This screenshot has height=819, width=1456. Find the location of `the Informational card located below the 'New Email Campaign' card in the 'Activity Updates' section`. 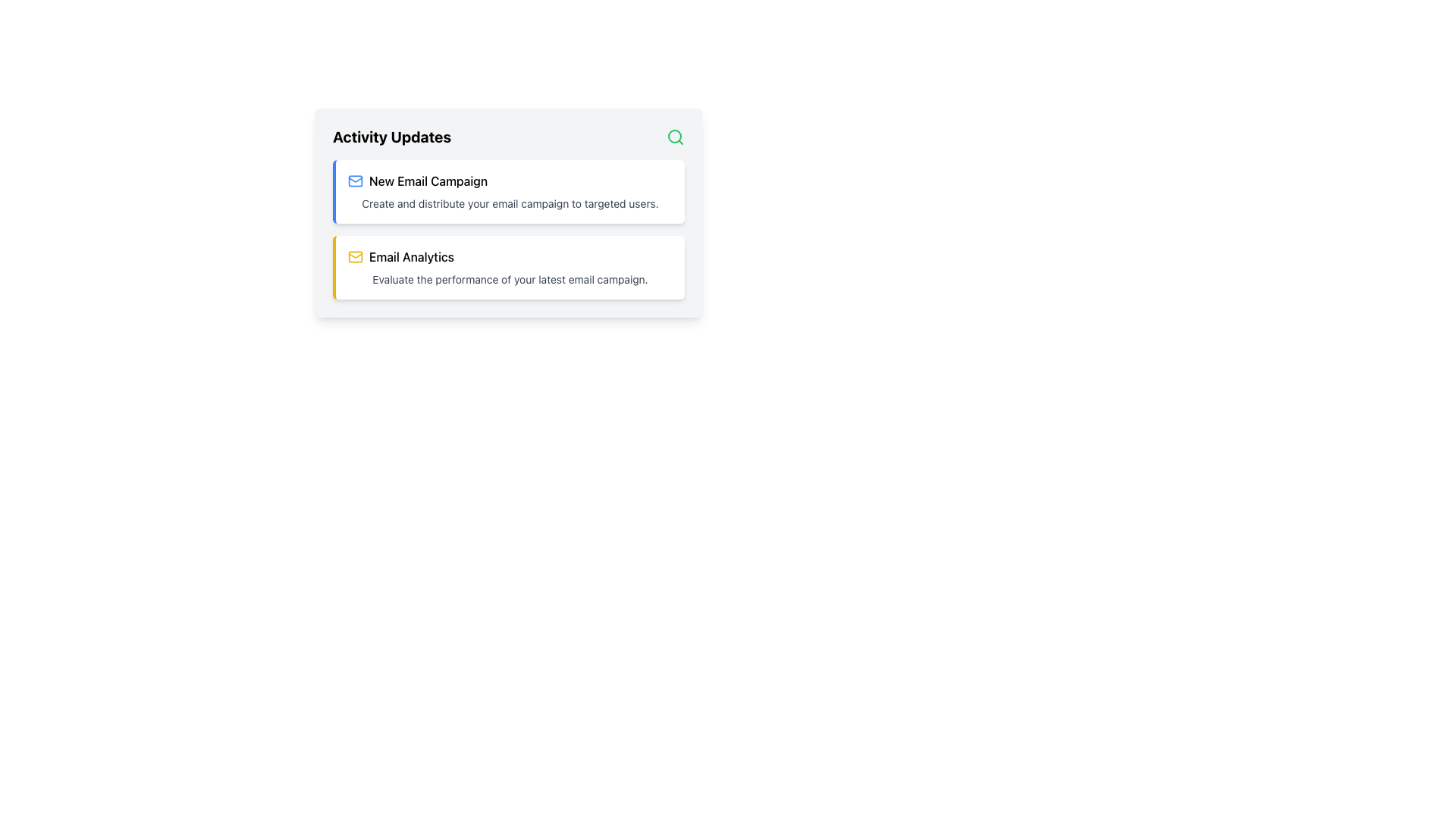

the Informational card located below the 'New Email Campaign' card in the 'Activity Updates' section is located at coordinates (509, 267).